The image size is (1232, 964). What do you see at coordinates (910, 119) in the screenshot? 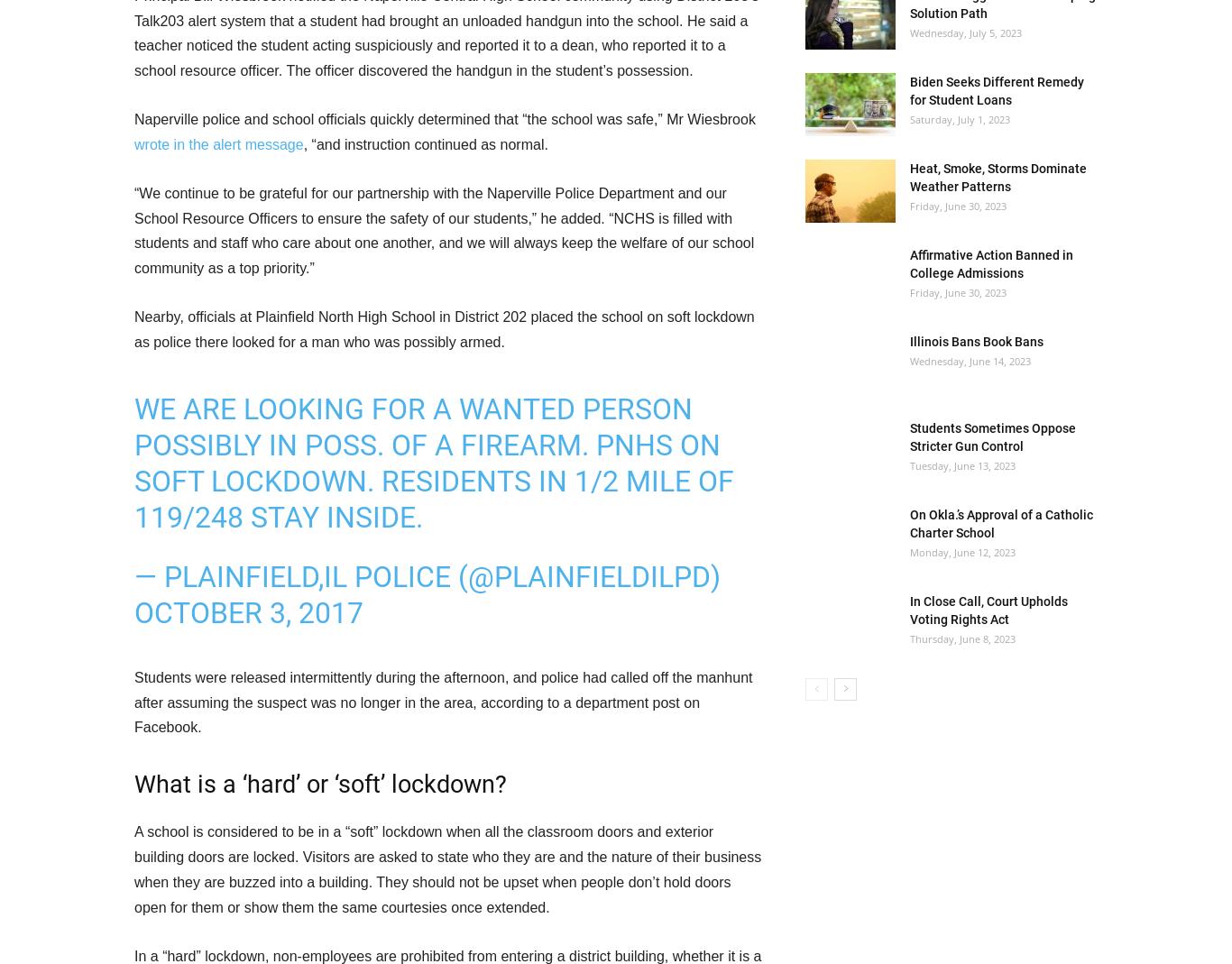
I see `'Saturday, July 1, 2023'` at bounding box center [910, 119].